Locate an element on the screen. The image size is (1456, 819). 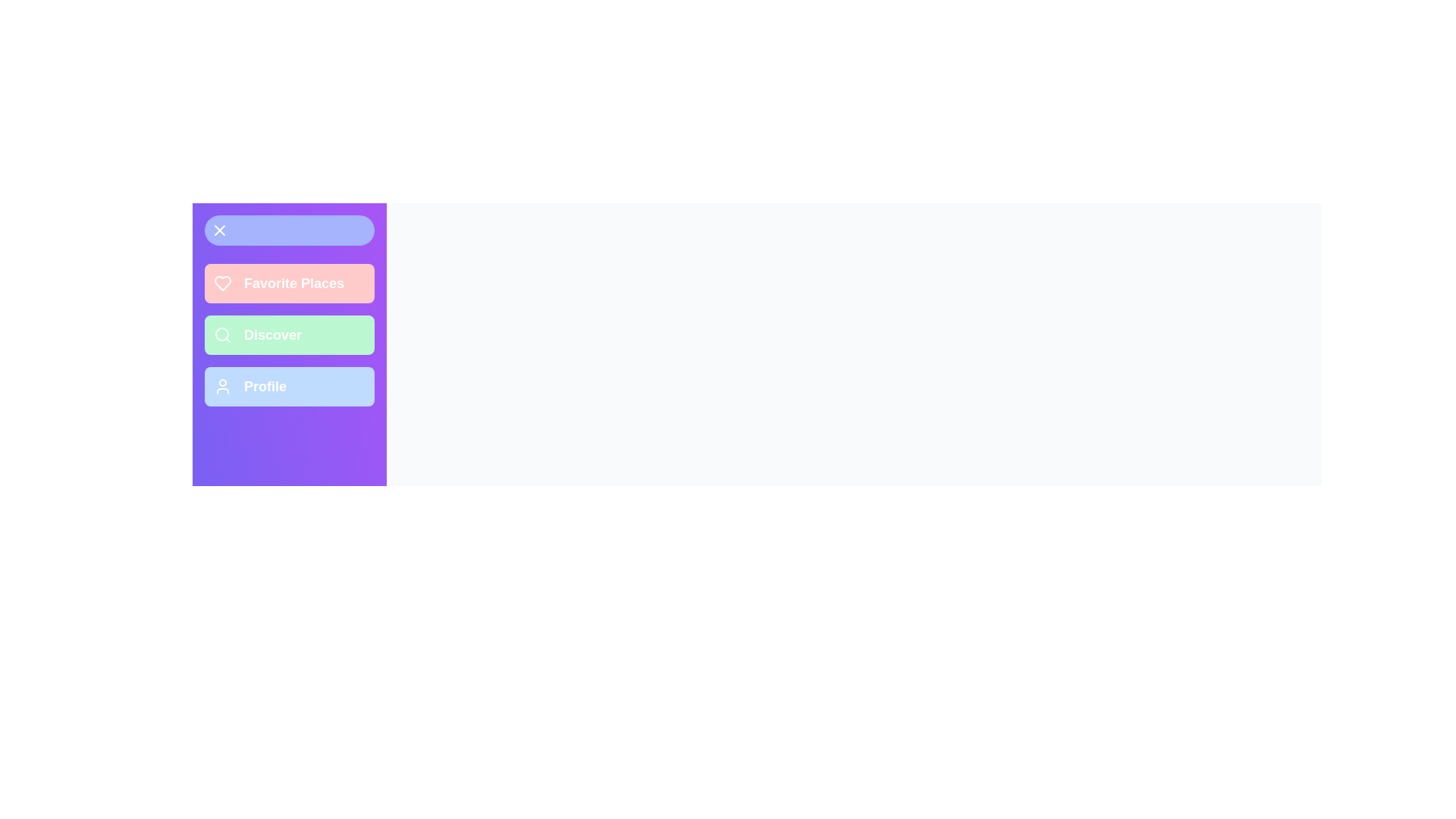
the menu item labeled Discover is located at coordinates (290, 334).